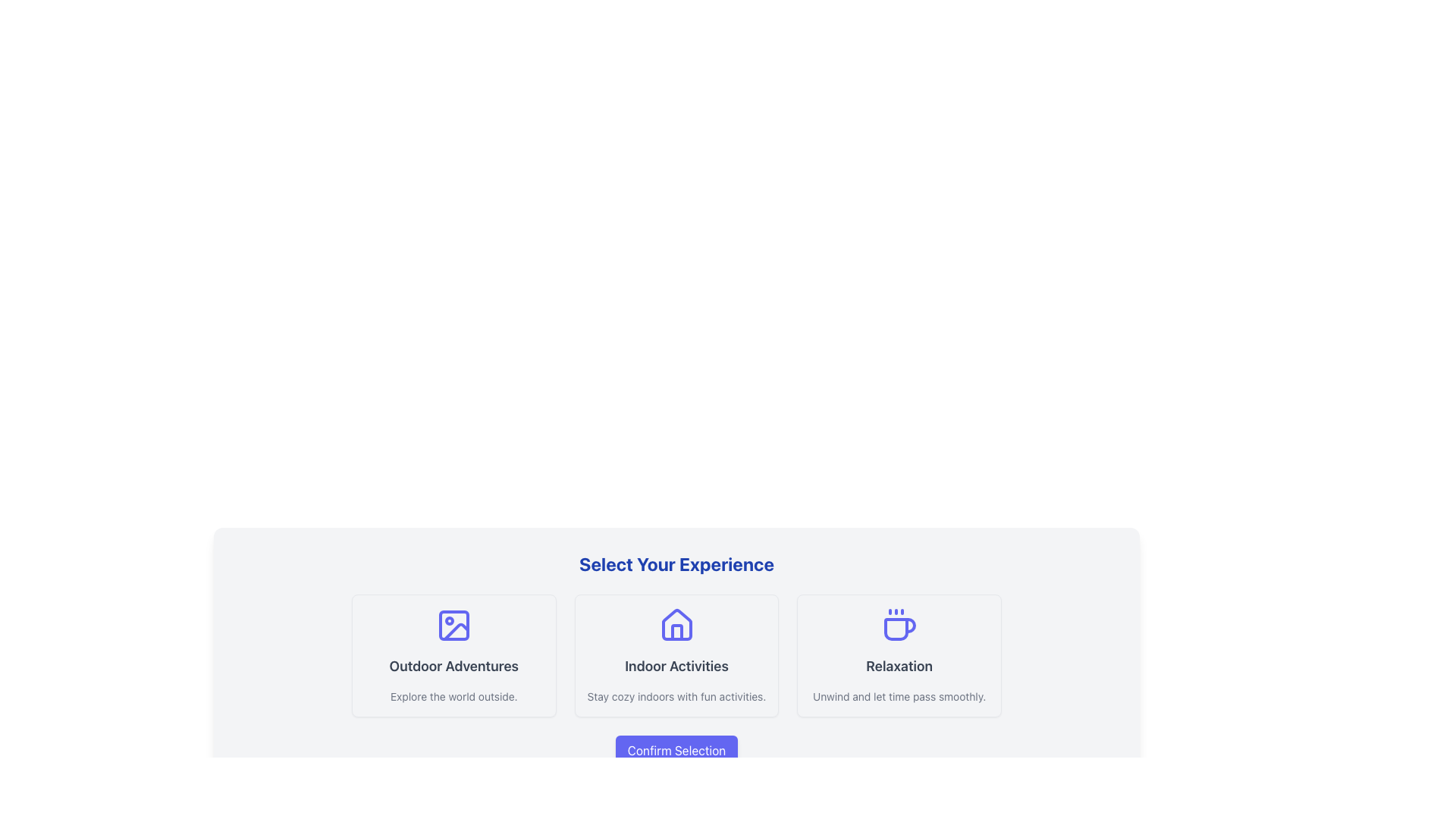 Image resolution: width=1456 pixels, height=819 pixels. What do you see at coordinates (676, 696) in the screenshot?
I see `the static text element providing context for the 'Indoor Activities' option, located at the bottom of the corresponding card` at bounding box center [676, 696].